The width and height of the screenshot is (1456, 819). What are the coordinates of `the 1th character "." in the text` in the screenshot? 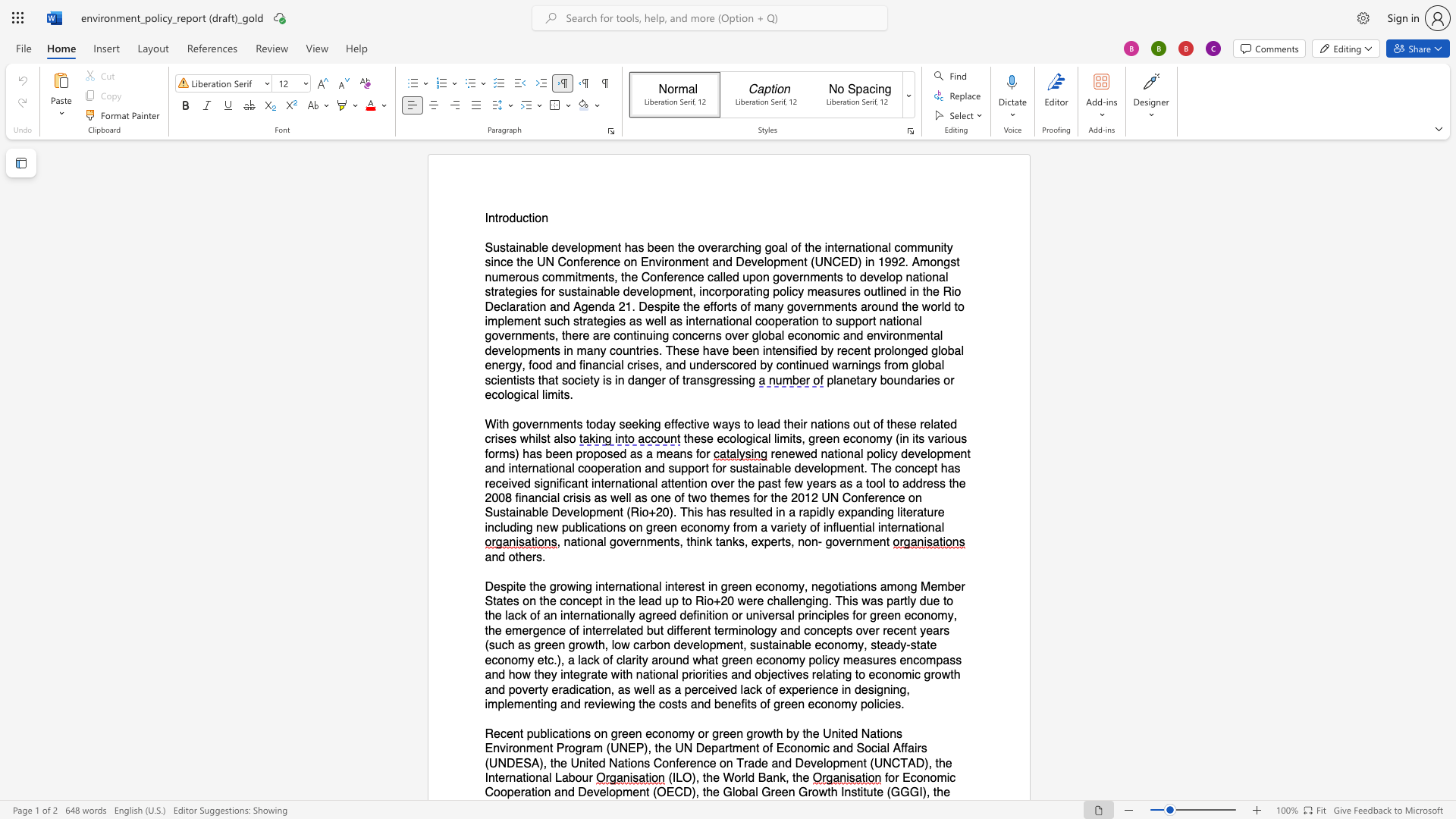 It's located at (570, 394).